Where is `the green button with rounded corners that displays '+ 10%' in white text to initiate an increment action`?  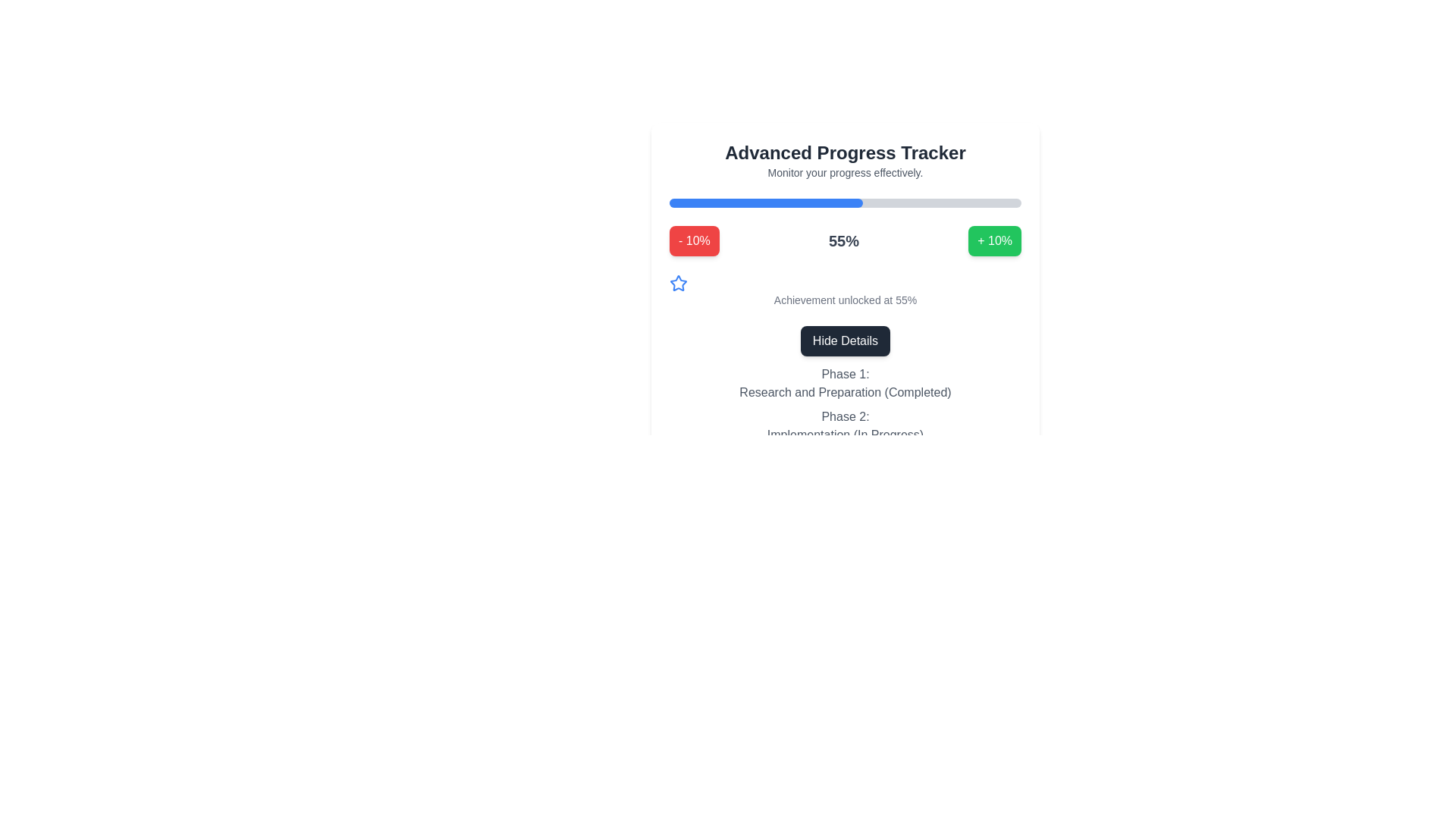
the green button with rounded corners that displays '+ 10%' in white text to initiate an increment action is located at coordinates (995, 240).